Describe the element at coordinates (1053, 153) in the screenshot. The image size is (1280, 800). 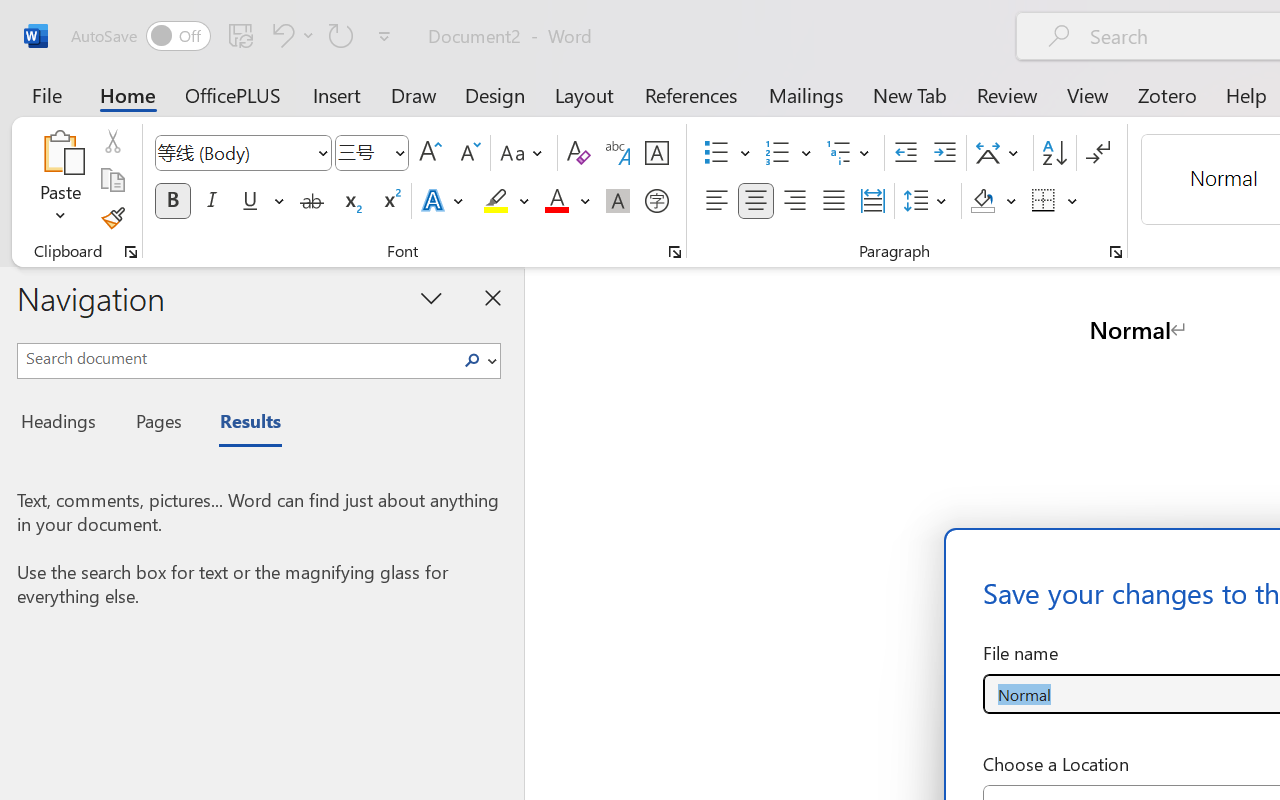
I see `'Sort...'` at that location.